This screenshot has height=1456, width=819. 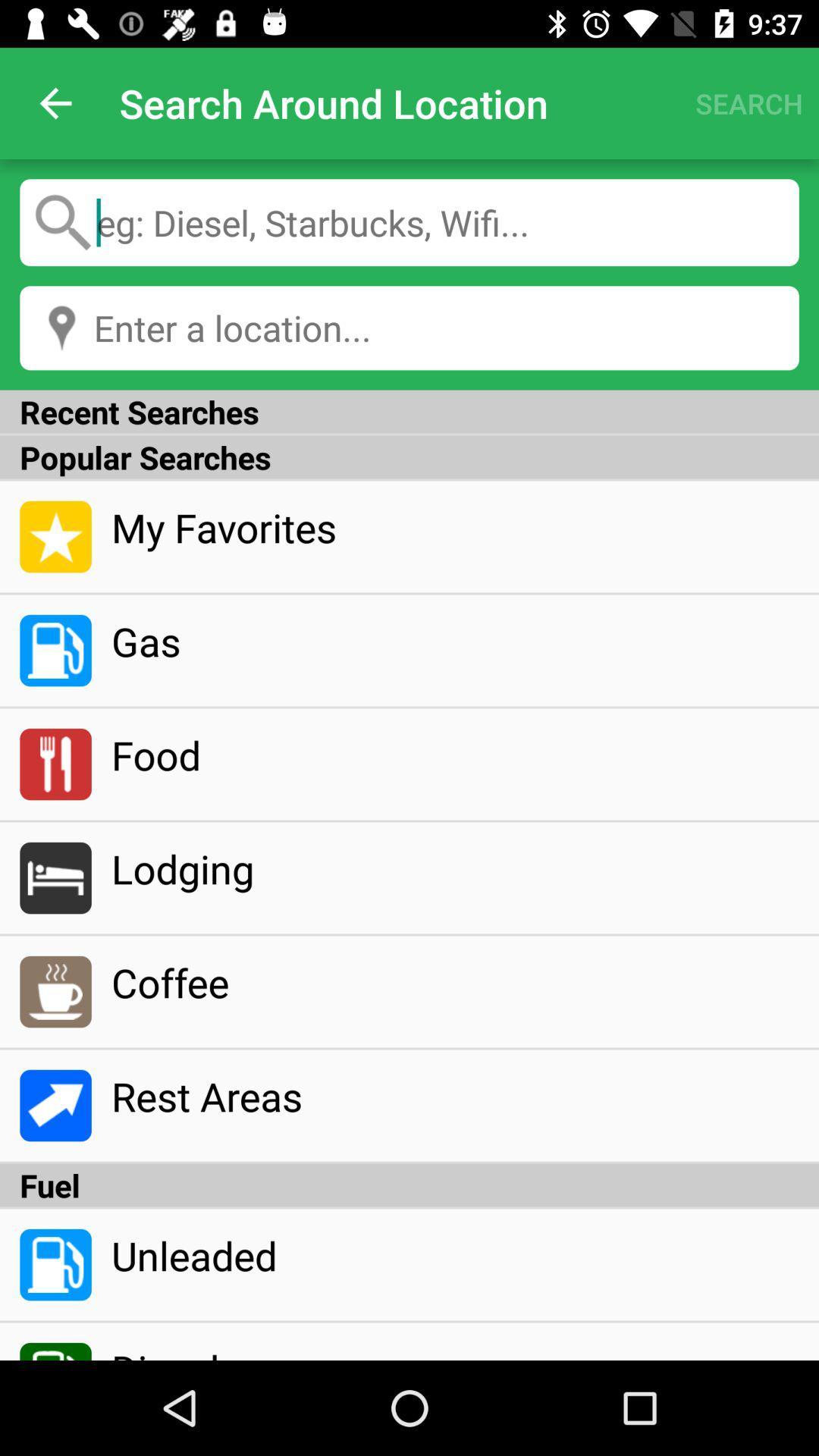 What do you see at coordinates (454, 755) in the screenshot?
I see `icon below the gas` at bounding box center [454, 755].